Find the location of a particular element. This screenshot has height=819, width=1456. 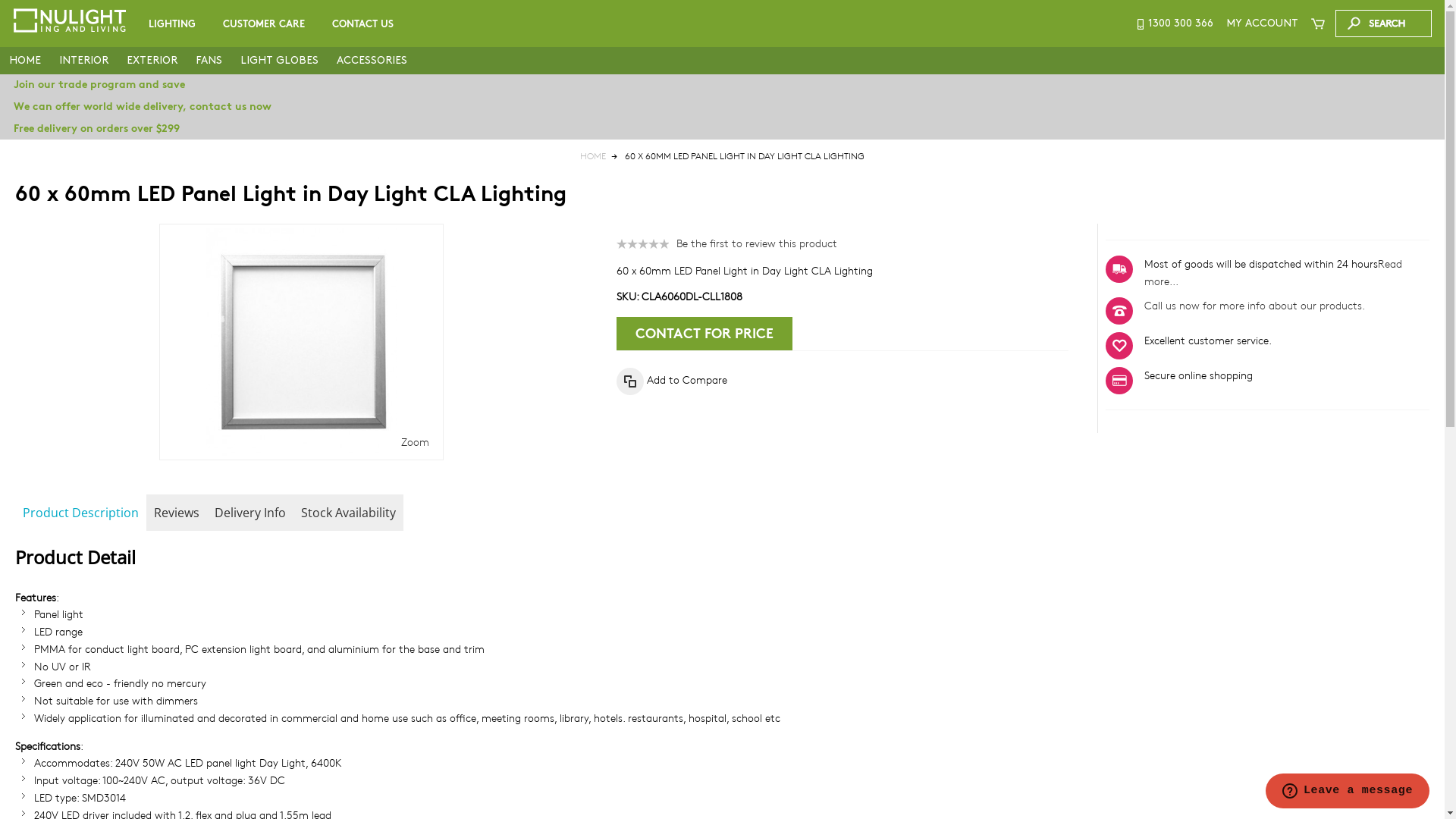

'60 x 60mm LED Panel Light in Day Light CLA Lighting' is located at coordinates (301, 342).